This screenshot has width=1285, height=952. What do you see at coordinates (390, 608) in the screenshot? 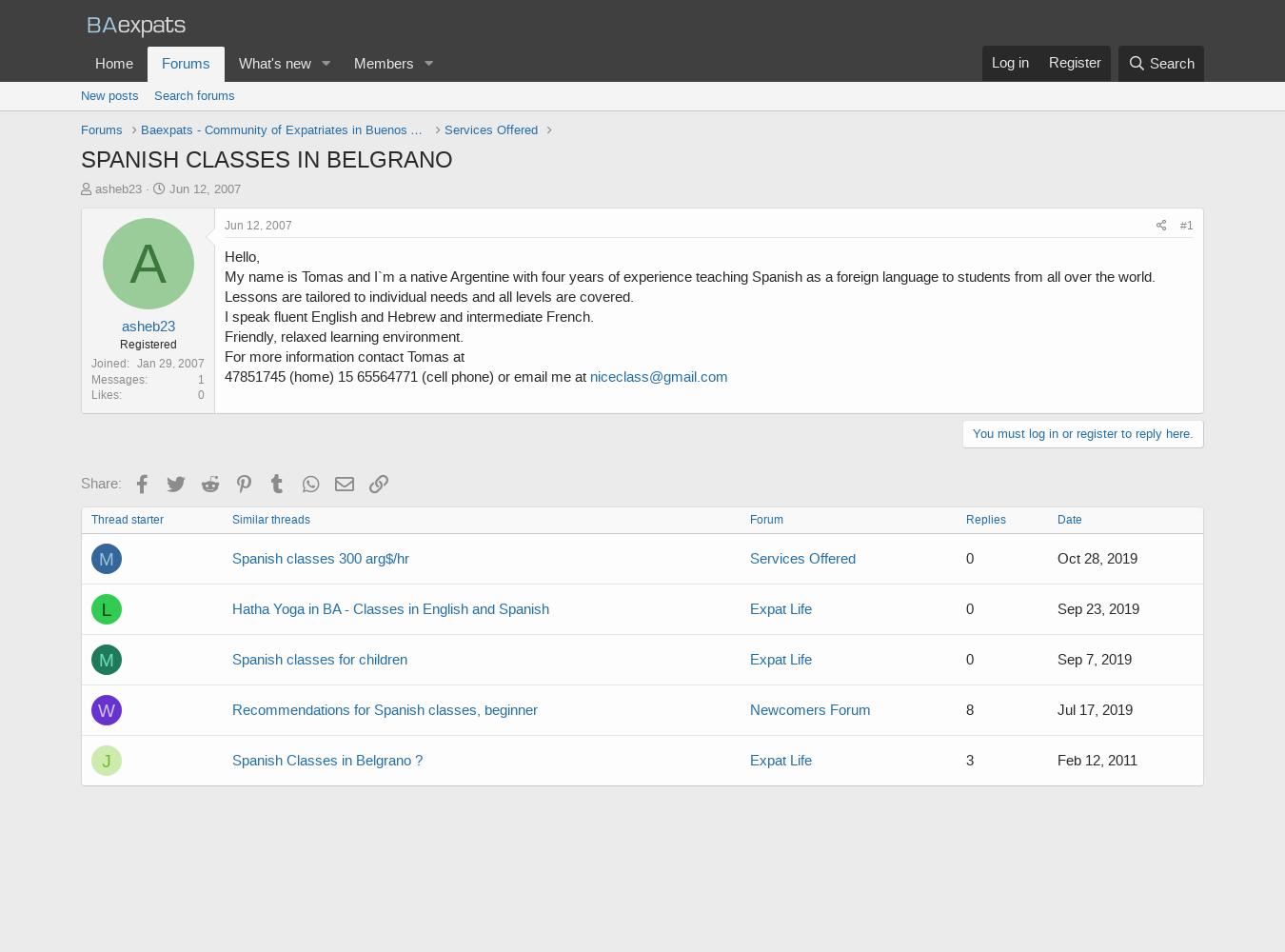
I see `'Hatha Yoga in BA - Classes in English and Spanish'` at bounding box center [390, 608].